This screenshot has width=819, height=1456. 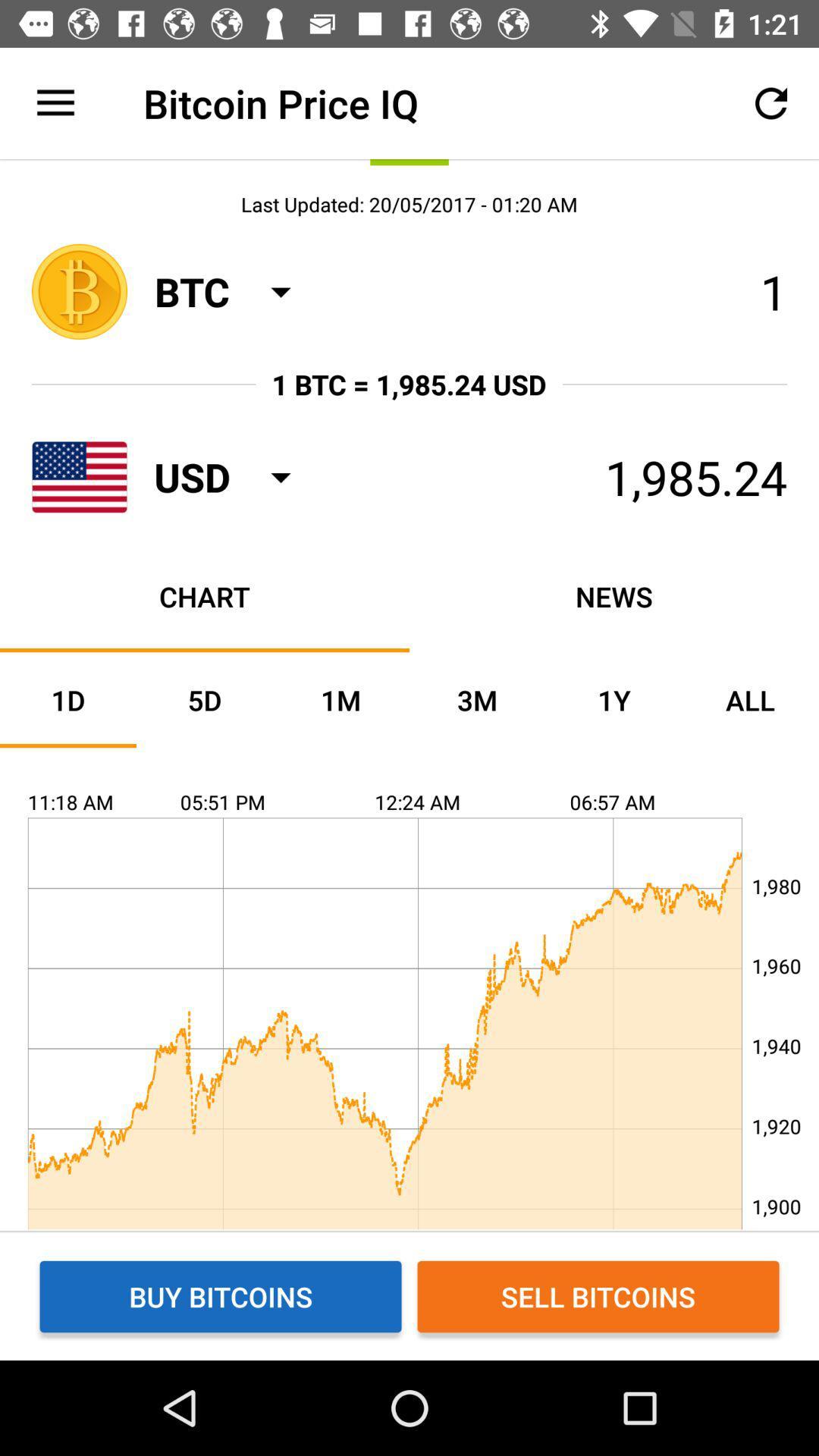 What do you see at coordinates (55, 102) in the screenshot?
I see `item above the last updated 20 icon` at bounding box center [55, 102].